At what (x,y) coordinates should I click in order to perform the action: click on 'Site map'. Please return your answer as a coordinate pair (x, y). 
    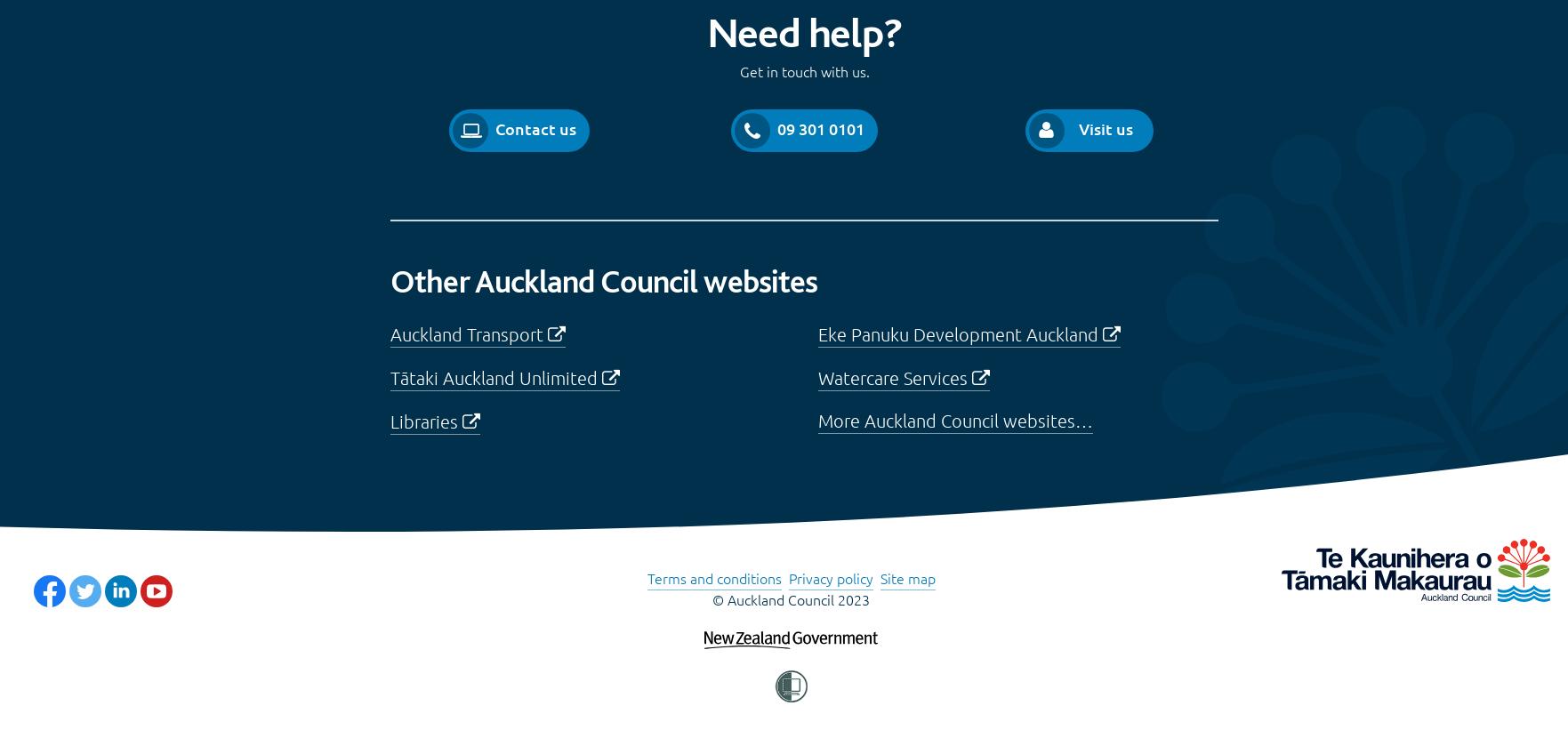
    Looking at the image, I should click on (906, 576).